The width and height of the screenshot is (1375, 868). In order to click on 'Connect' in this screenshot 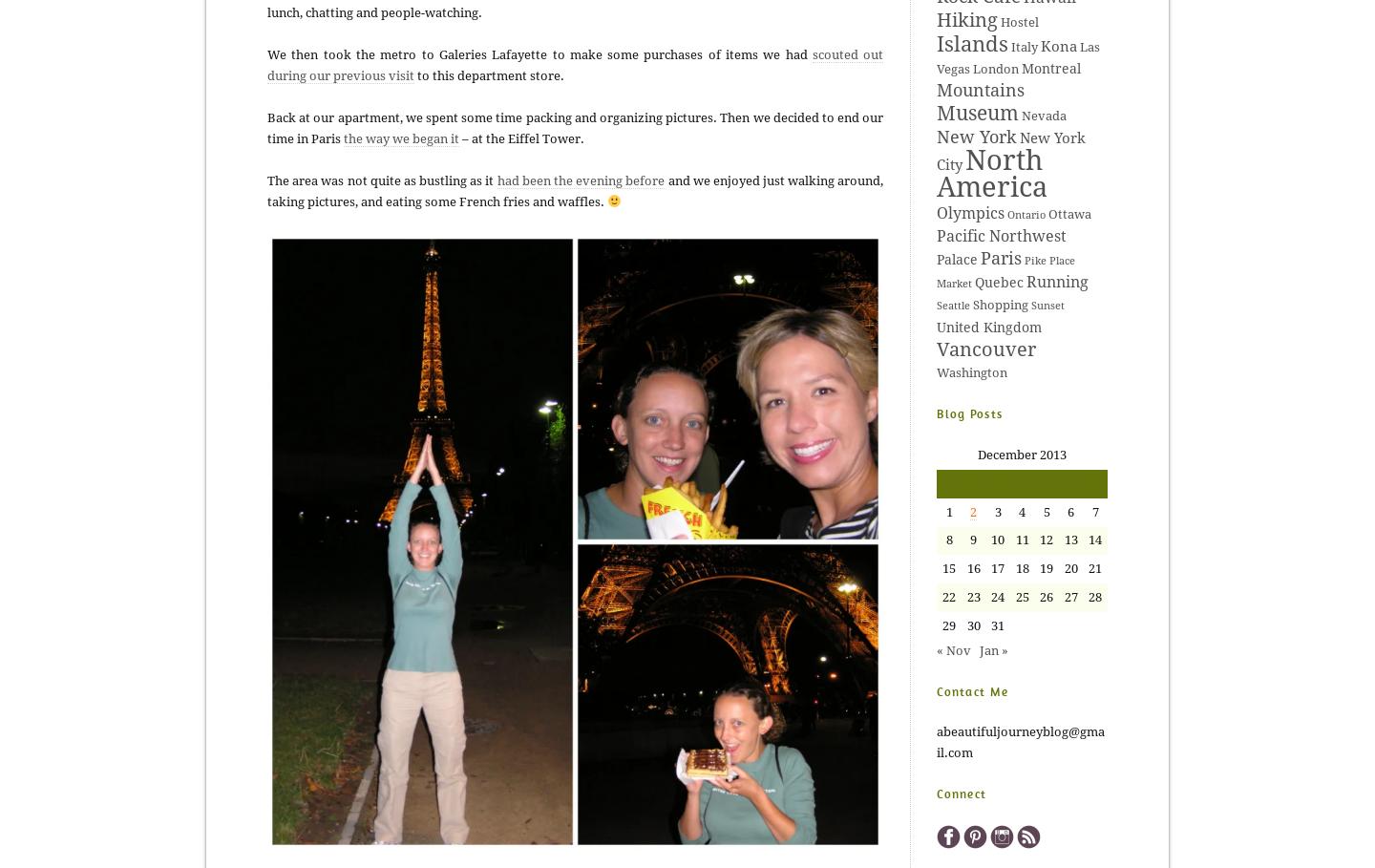, I will do `click(936, 794)`.